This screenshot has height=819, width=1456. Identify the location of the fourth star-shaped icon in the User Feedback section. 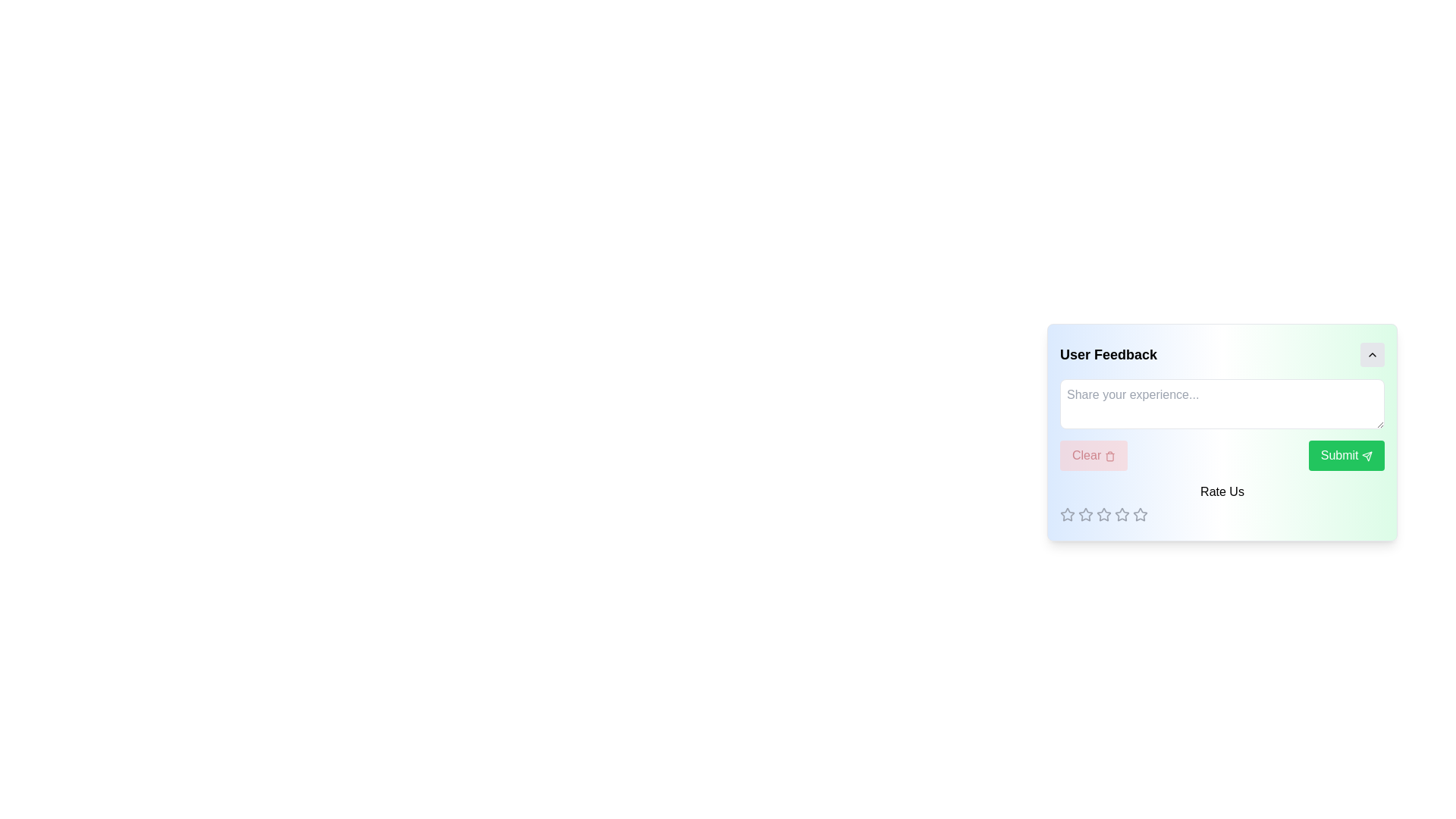
(1103, 513).